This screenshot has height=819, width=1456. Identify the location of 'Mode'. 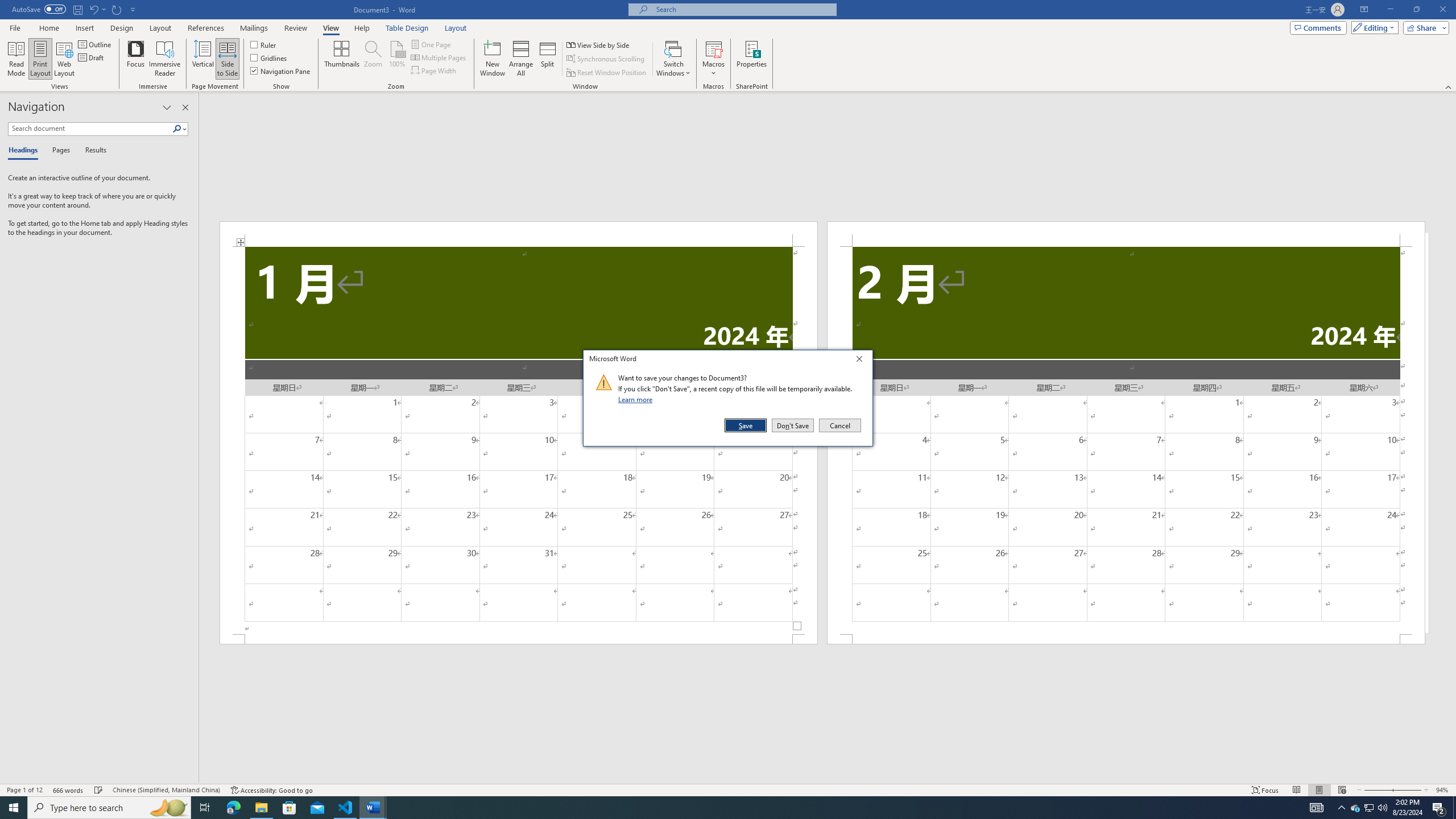
(1372, 27).